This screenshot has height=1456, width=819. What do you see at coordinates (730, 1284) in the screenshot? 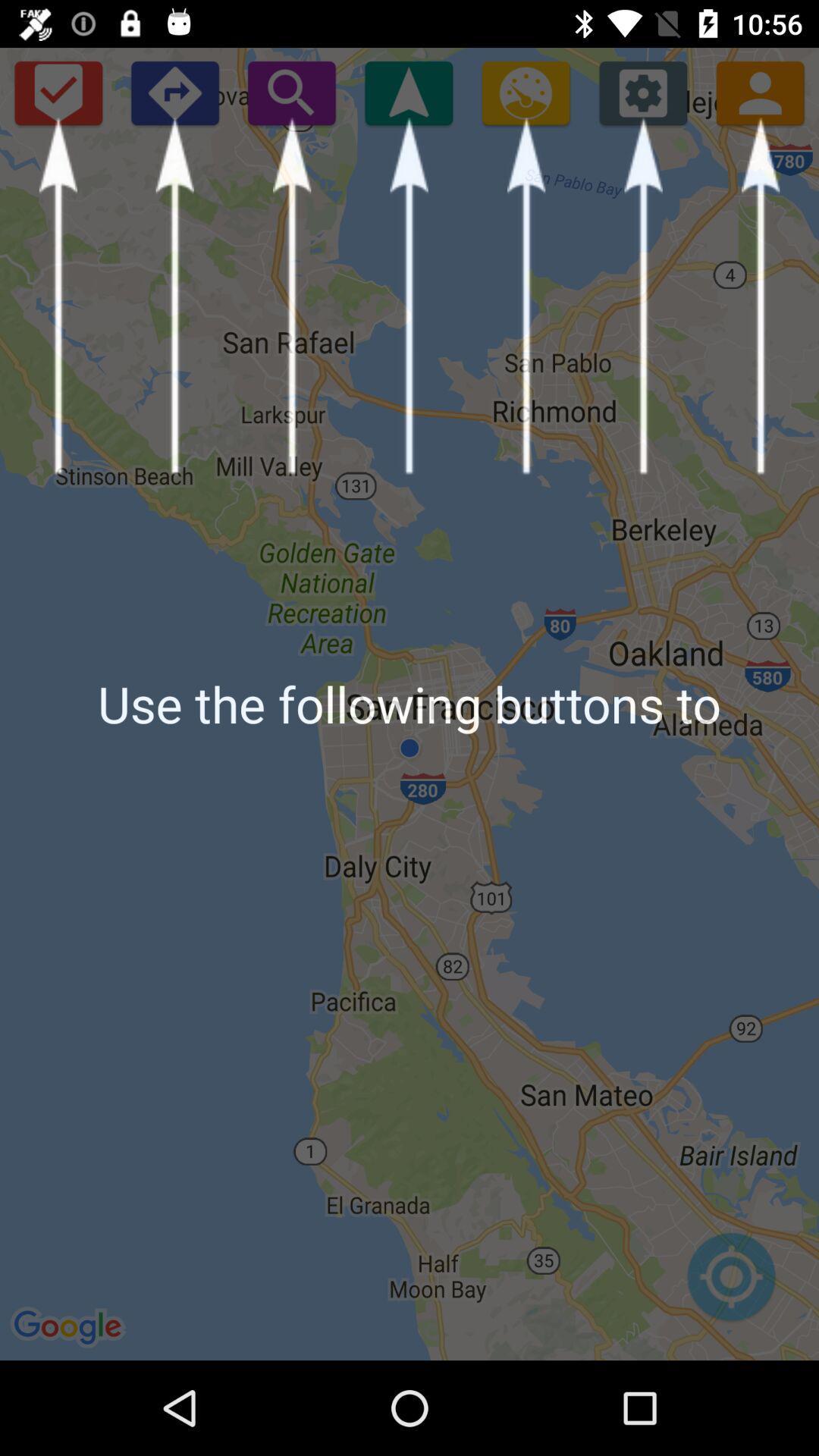
I see `item below use the following item` at bounding box center [730, 1284].